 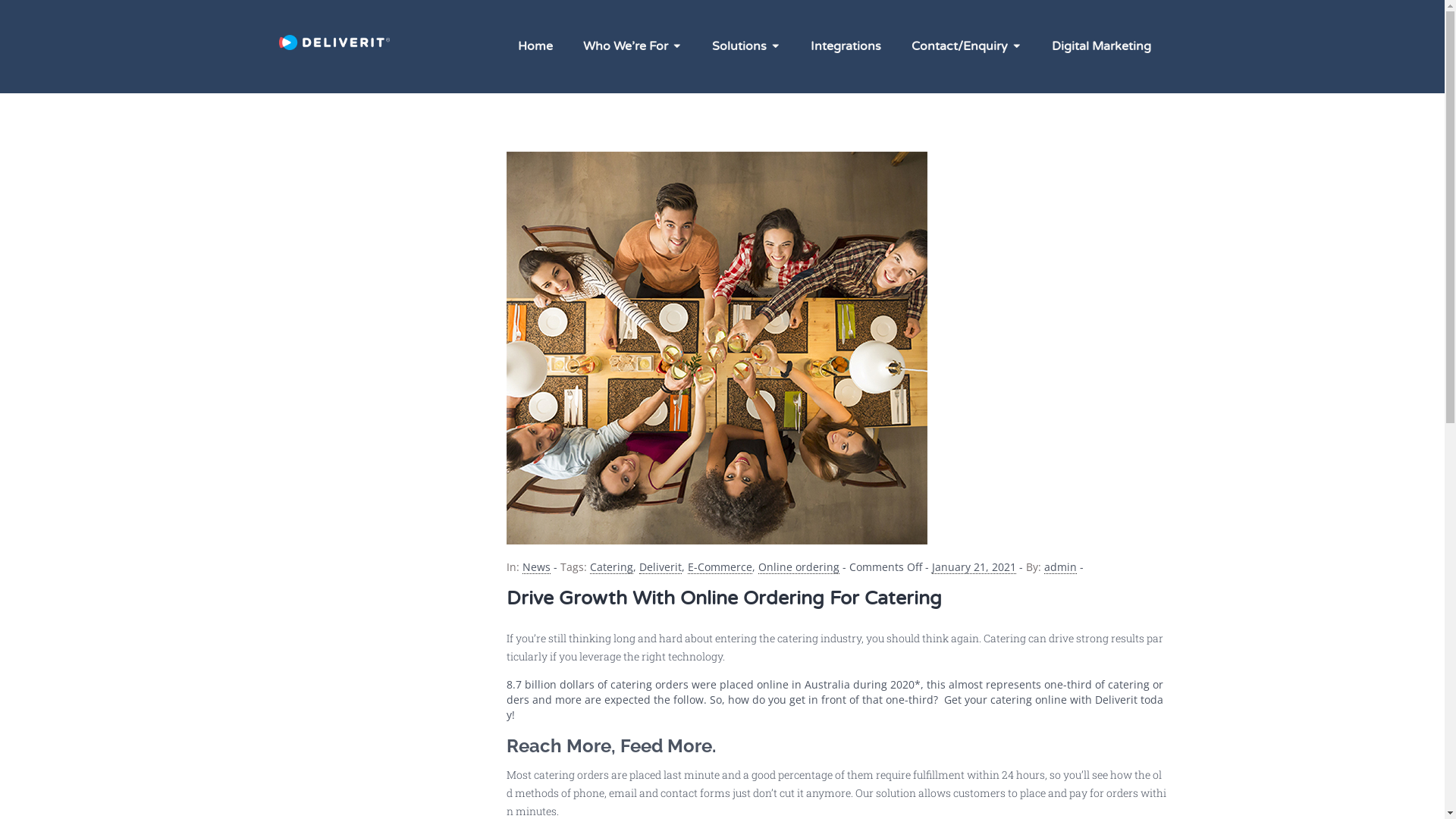 What do you see at coordinates (535, 45) in the screenshot?
I see `'Home'` at bounding box center [535, 45].